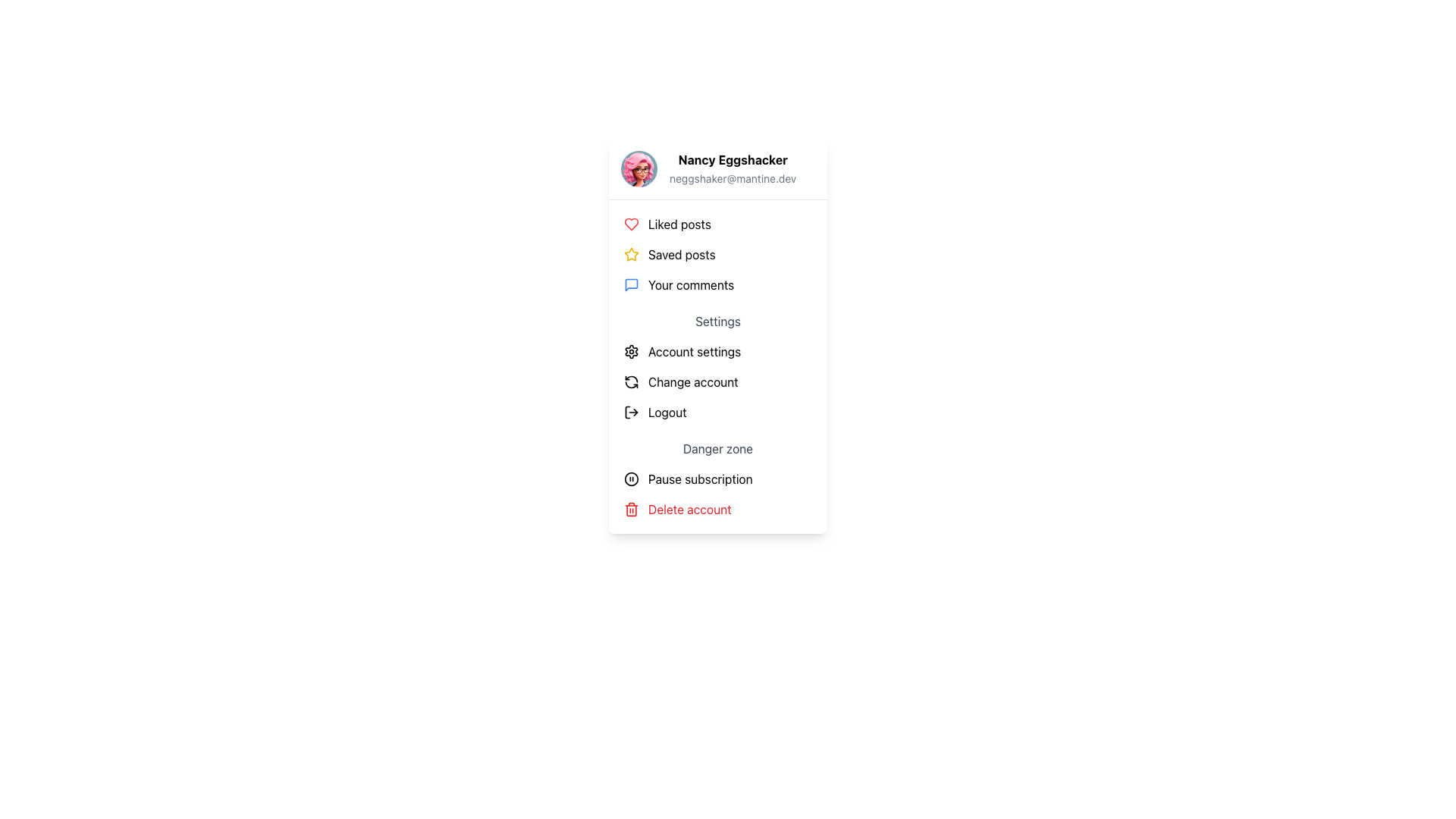  What do you see at coordinates (632, 253) in the screenshot?
I see `the yellow star icon representing saved or favorite items, located to the left of the 'Saved posts' label in the second option of the vertically-stacked menu` at bounding box center [632, 253].